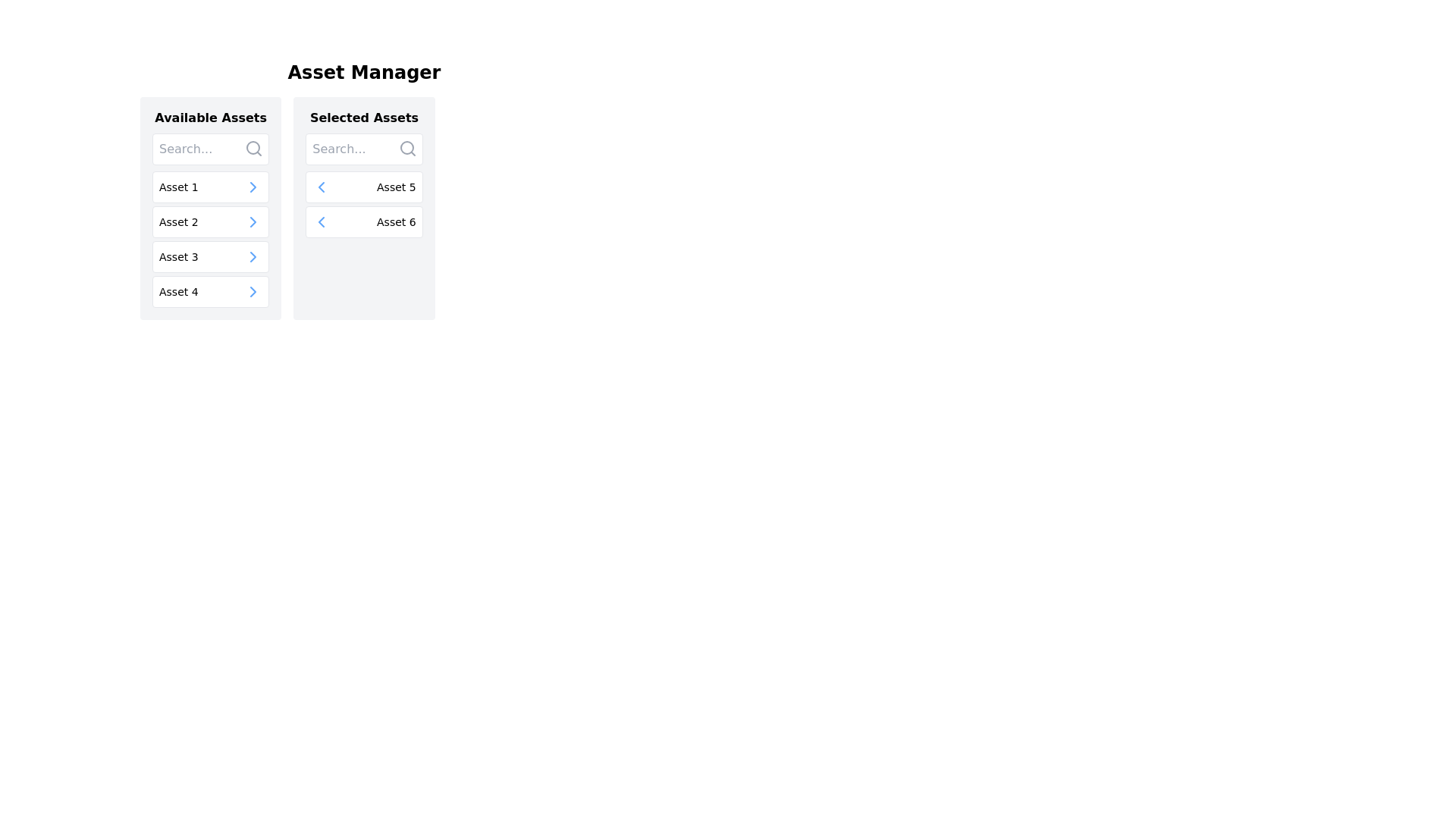 This screenshot has width=1456, height=819. What do you see at coordinates (253, 292) in the screenshot?
I see `the rightward arrow icon located at the far right of the 'Asset 4' row in the 'Available Assets' column` at bounding box center [253, 292].